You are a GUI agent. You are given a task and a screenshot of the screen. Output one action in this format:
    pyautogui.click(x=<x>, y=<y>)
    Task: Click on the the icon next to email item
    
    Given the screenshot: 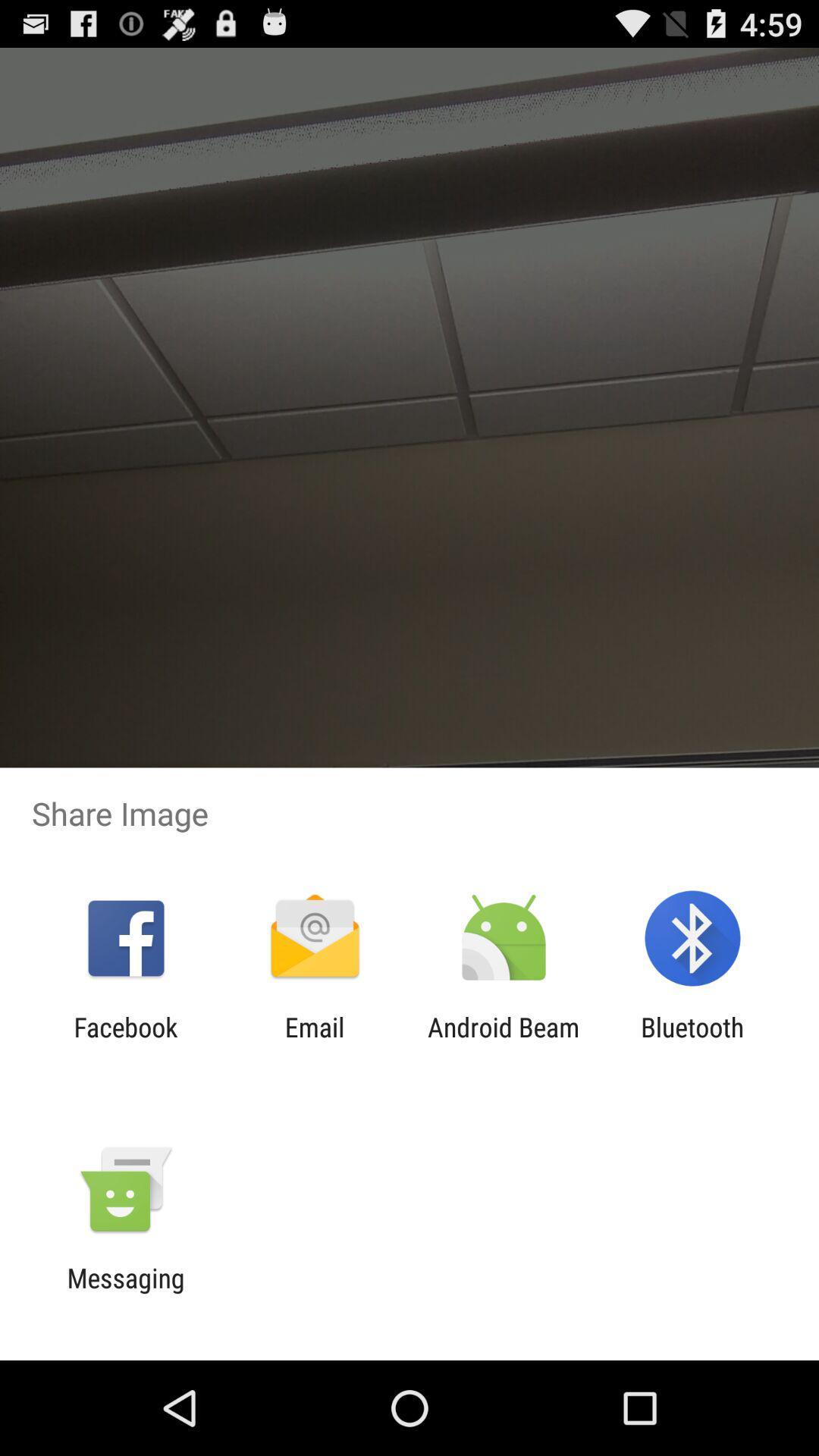 What is the action you would take?
    pyautogui.click(x=504, y=1042)
    